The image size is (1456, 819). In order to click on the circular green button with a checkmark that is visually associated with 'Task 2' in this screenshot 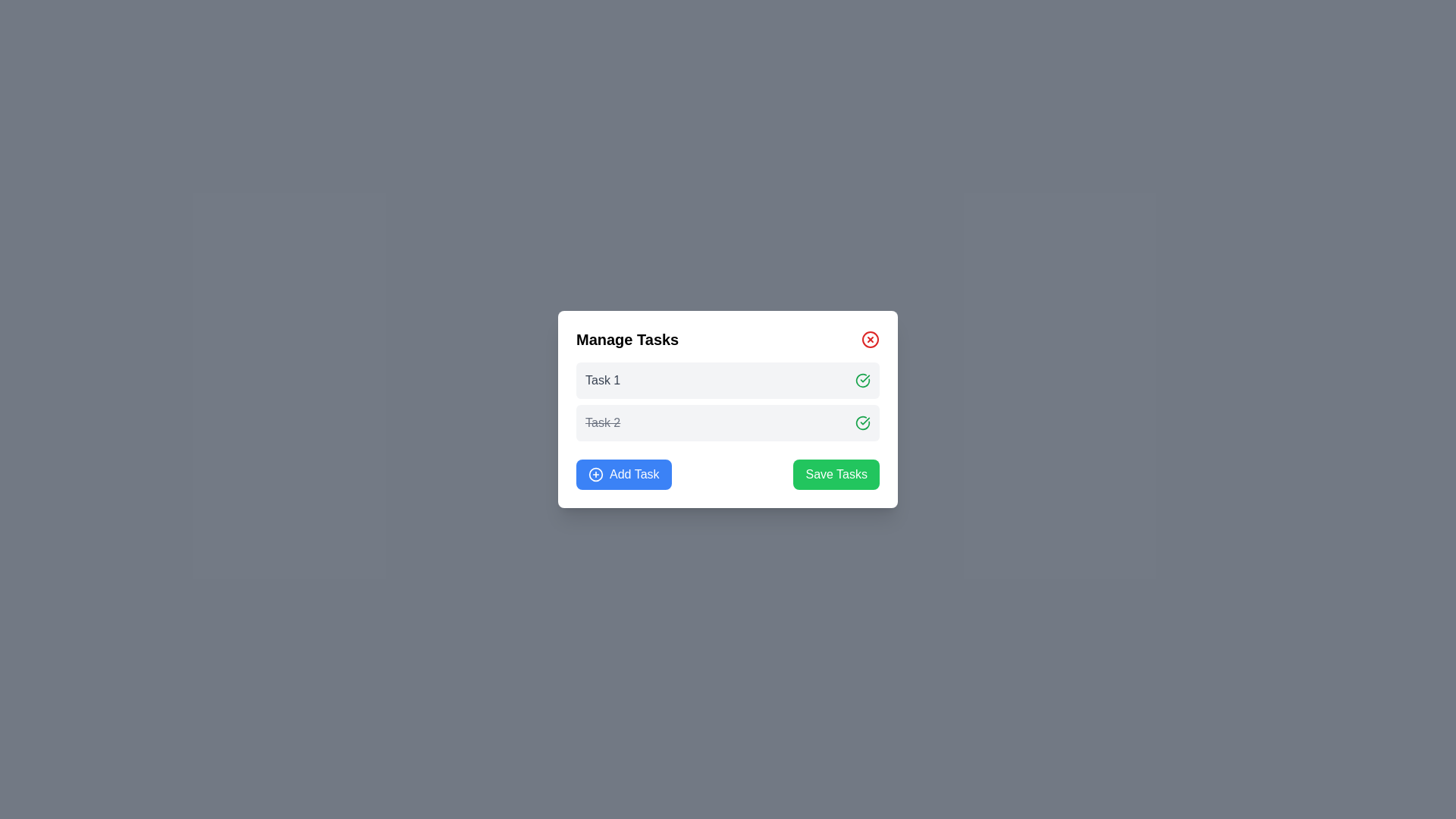, I will do `click(862, 379)`.